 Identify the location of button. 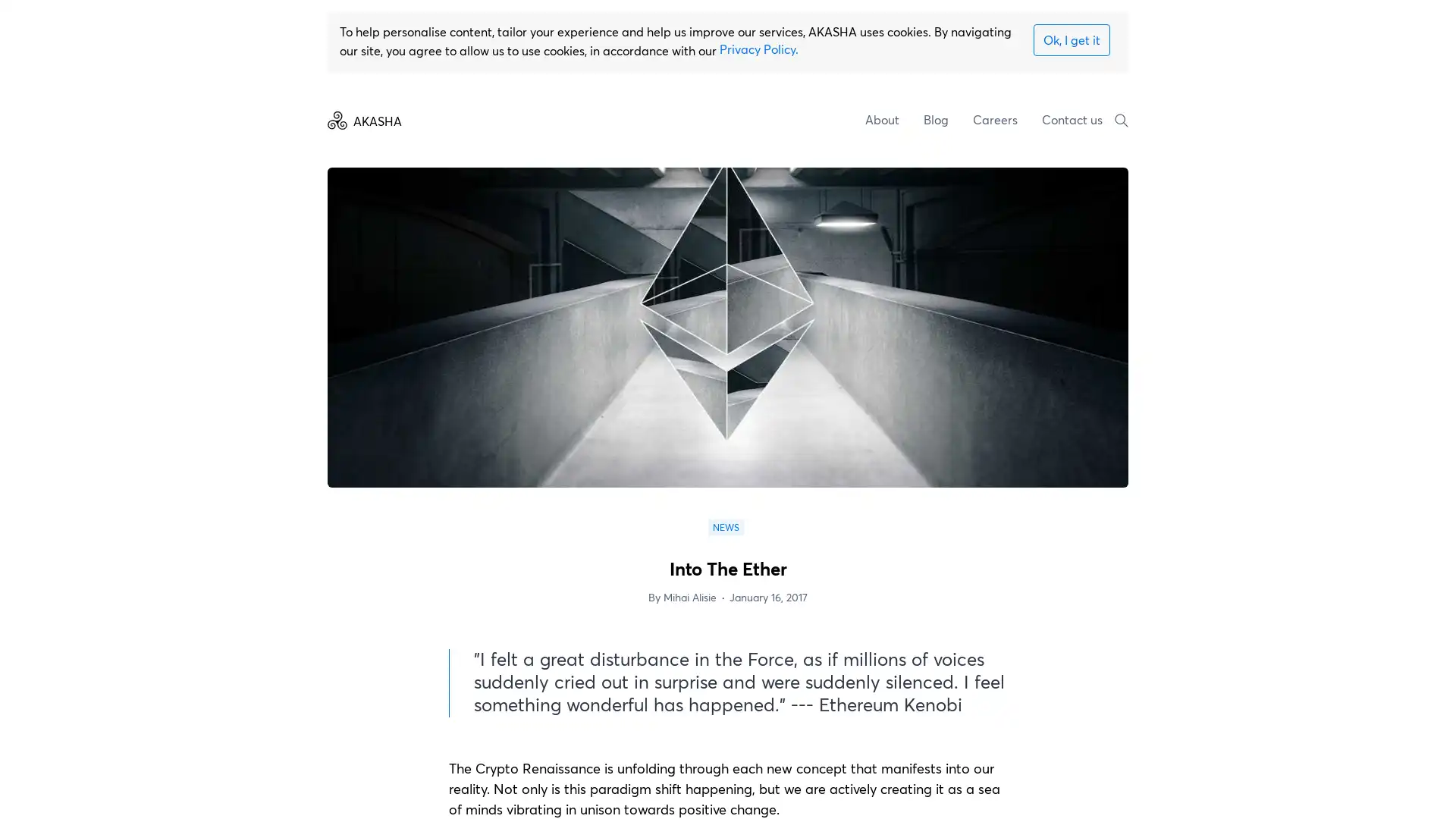
(1071, 39).